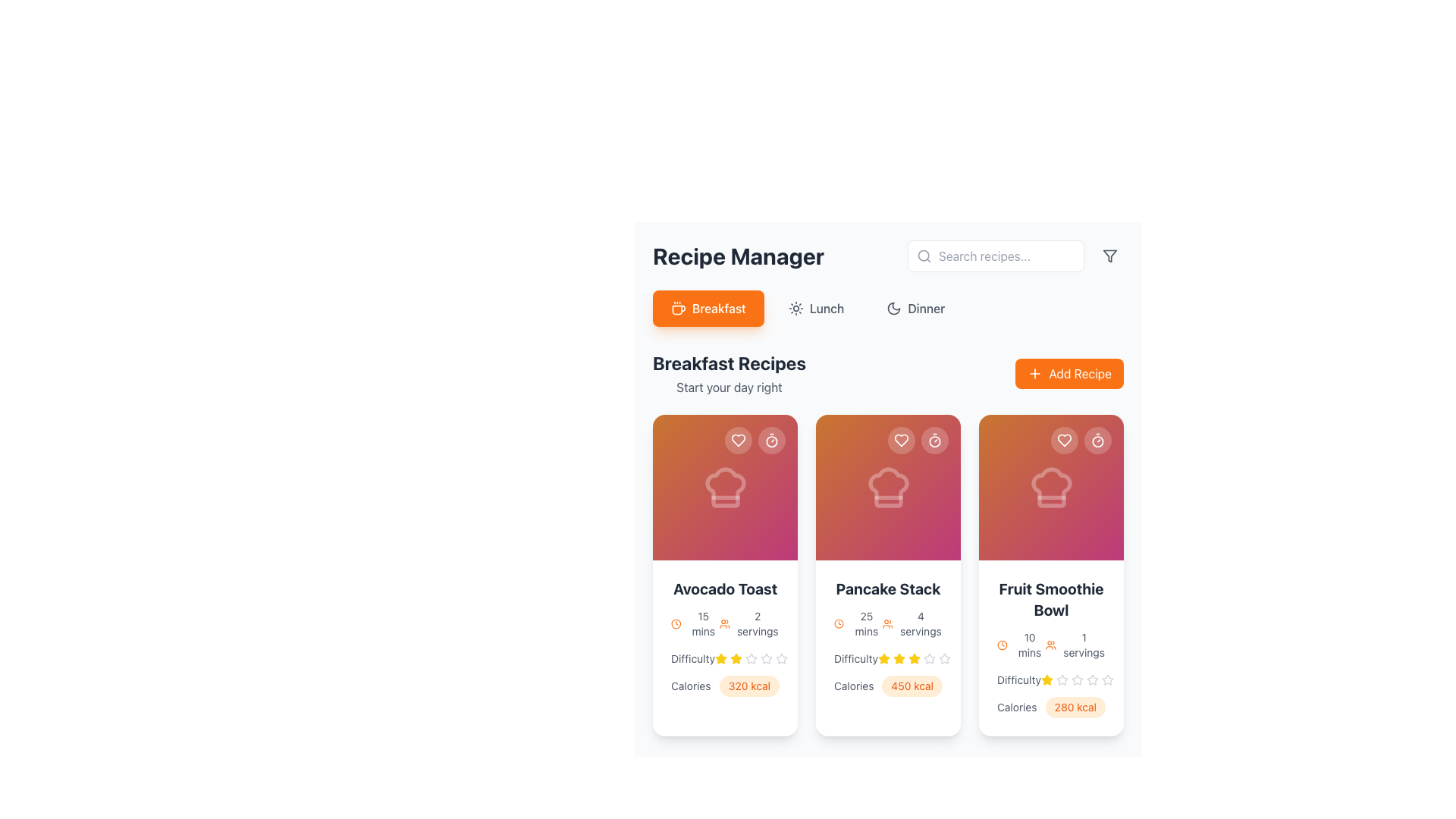 The image size is (1456, 819). I want to click on the second star icon representing the second difficulty level in the five-star rating system for the 'Fruit Smoothie Bowl' recipe, so click(1061, 678).